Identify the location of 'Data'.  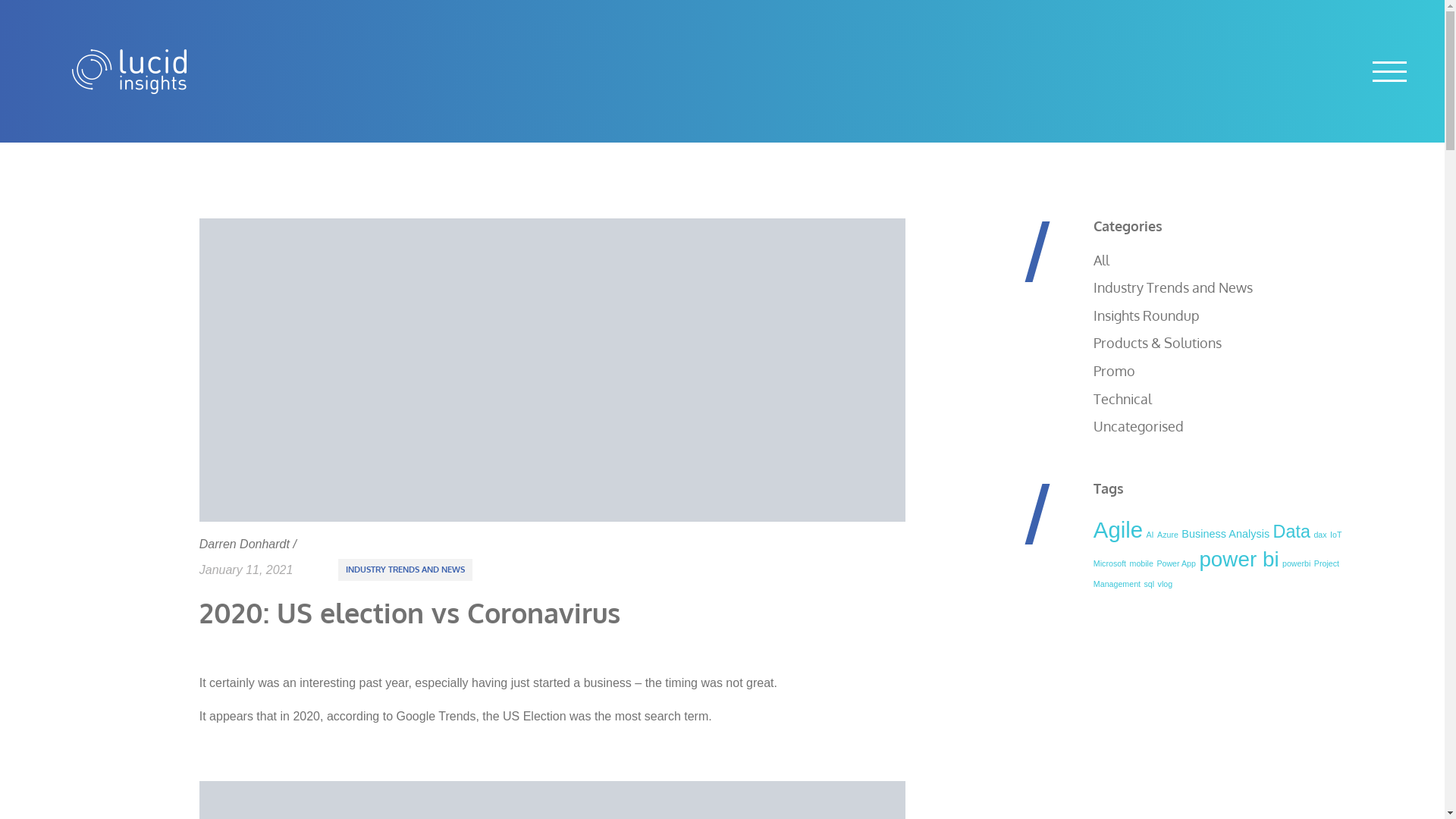
(1291, 531).